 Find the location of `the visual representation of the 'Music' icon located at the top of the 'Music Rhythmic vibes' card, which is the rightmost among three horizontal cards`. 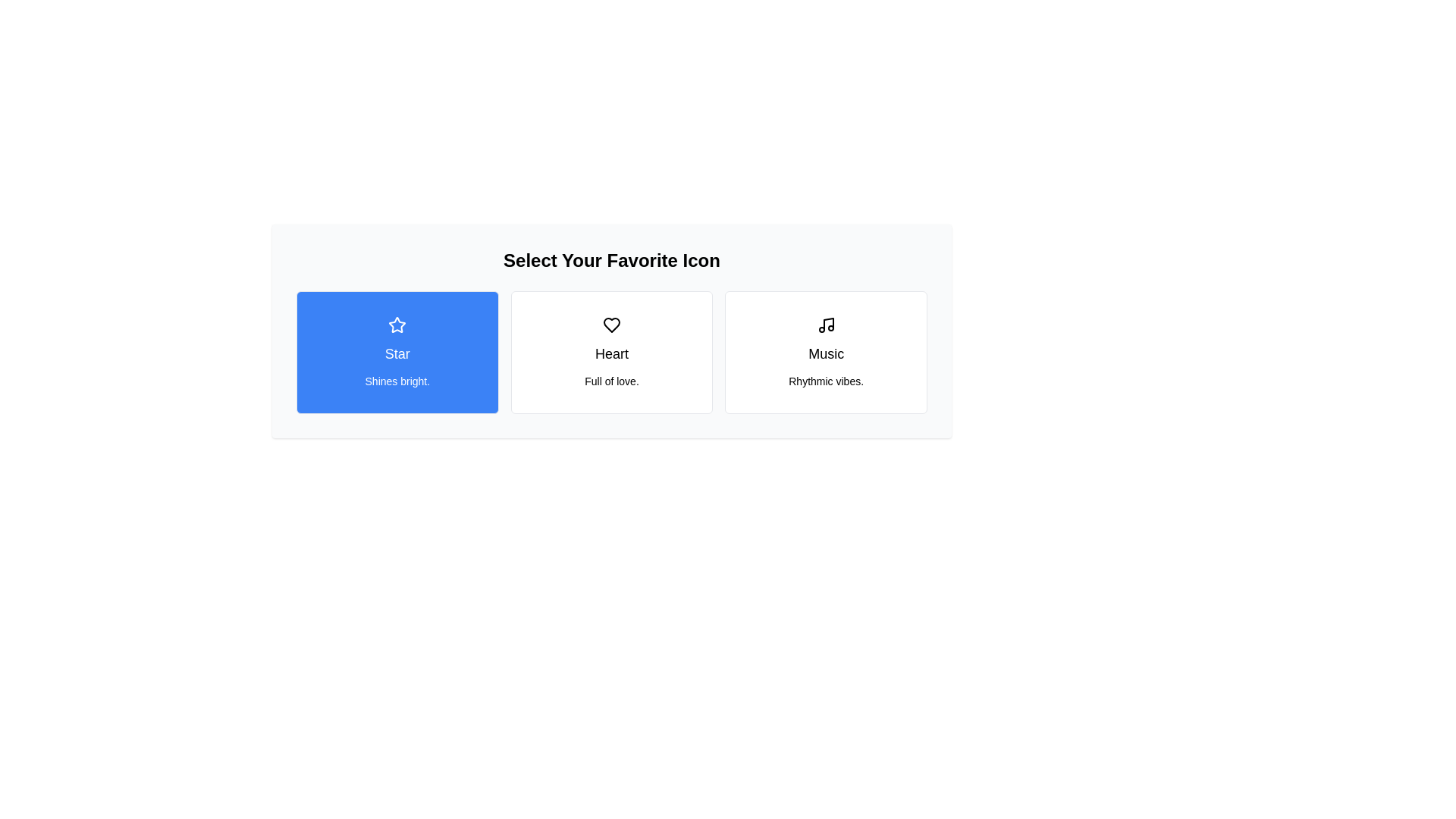

the visual representation of the 'Music' icon located at the top of the 'Music Rhythmic vibes' card, which is the rightmost among three horizontal cards is located at coordinates (825, 324).